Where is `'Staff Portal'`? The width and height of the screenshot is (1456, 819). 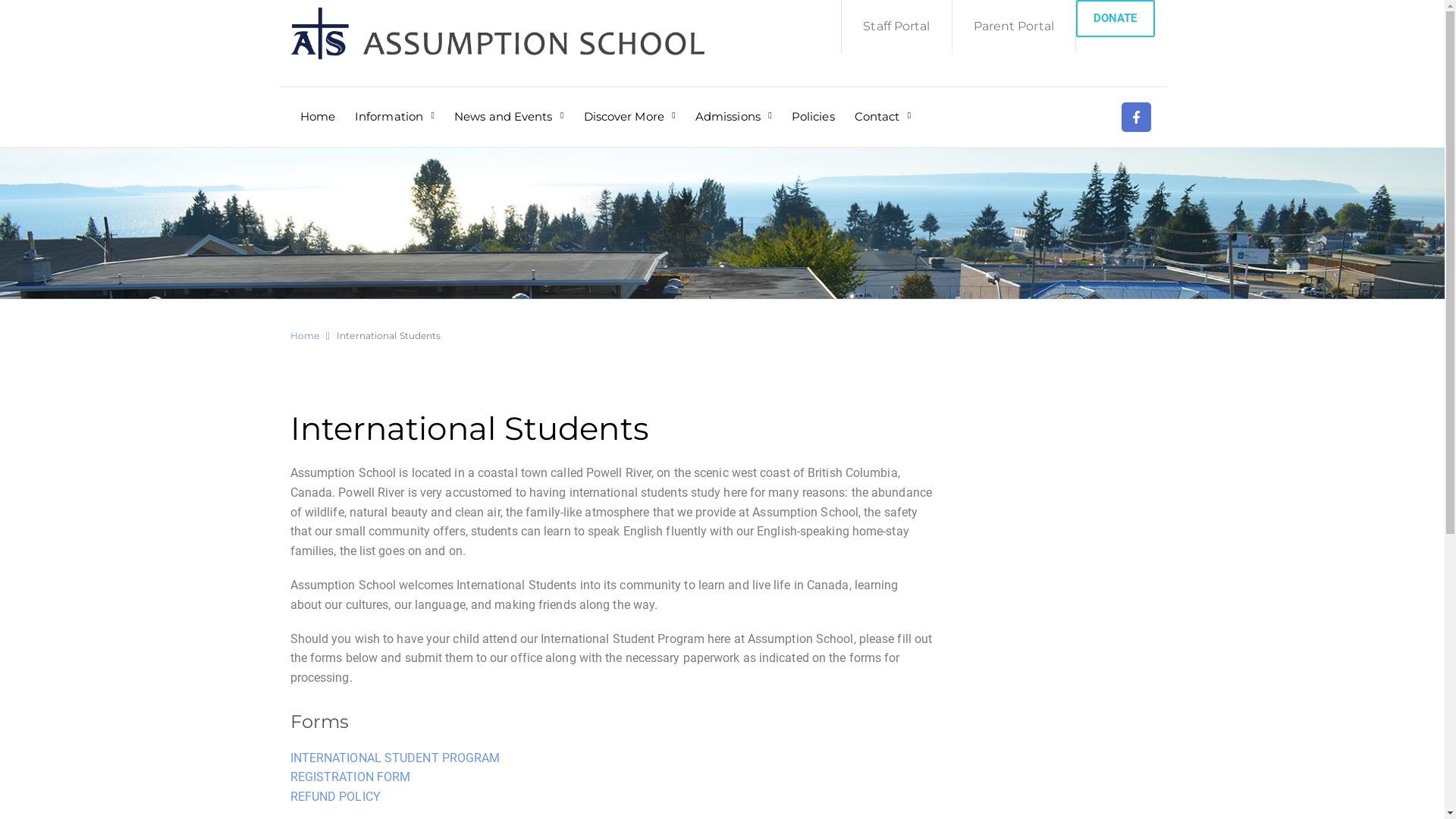 'Staff Portal' is located at coordinates (896, 26).